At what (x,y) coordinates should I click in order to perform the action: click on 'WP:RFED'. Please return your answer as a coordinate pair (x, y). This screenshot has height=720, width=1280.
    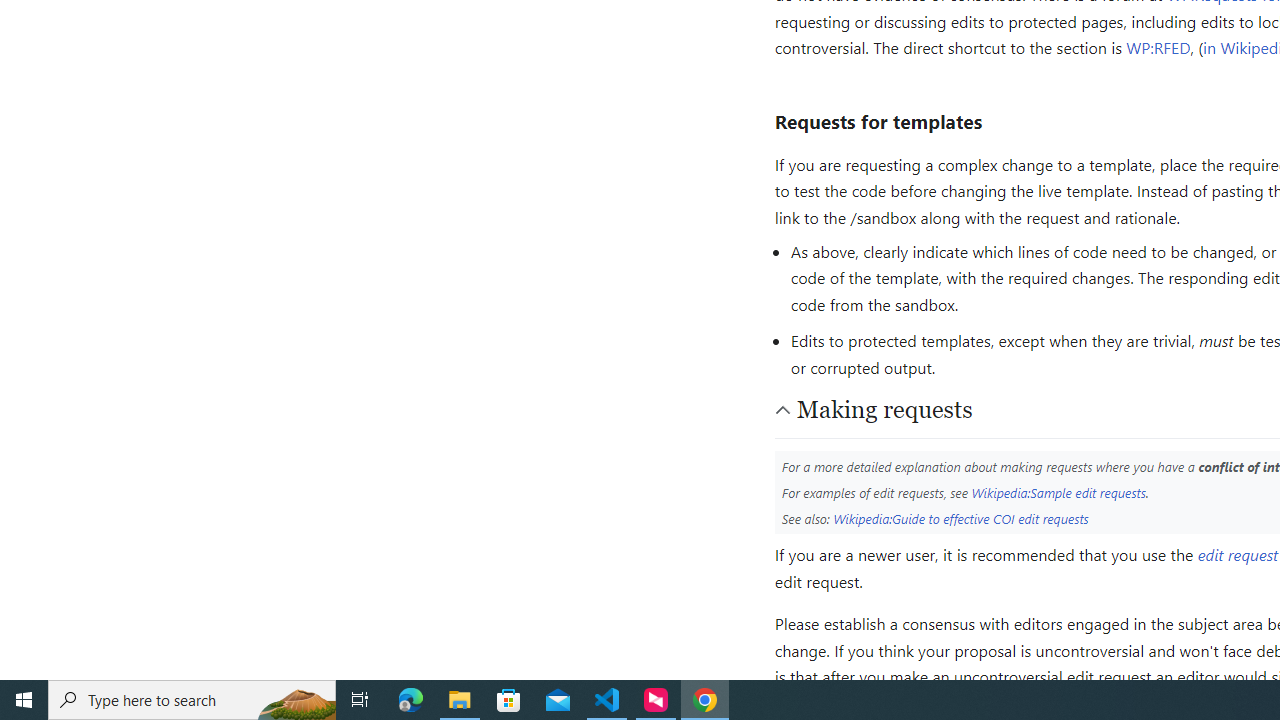
    Looking at the image, I should click on (1158, 46).